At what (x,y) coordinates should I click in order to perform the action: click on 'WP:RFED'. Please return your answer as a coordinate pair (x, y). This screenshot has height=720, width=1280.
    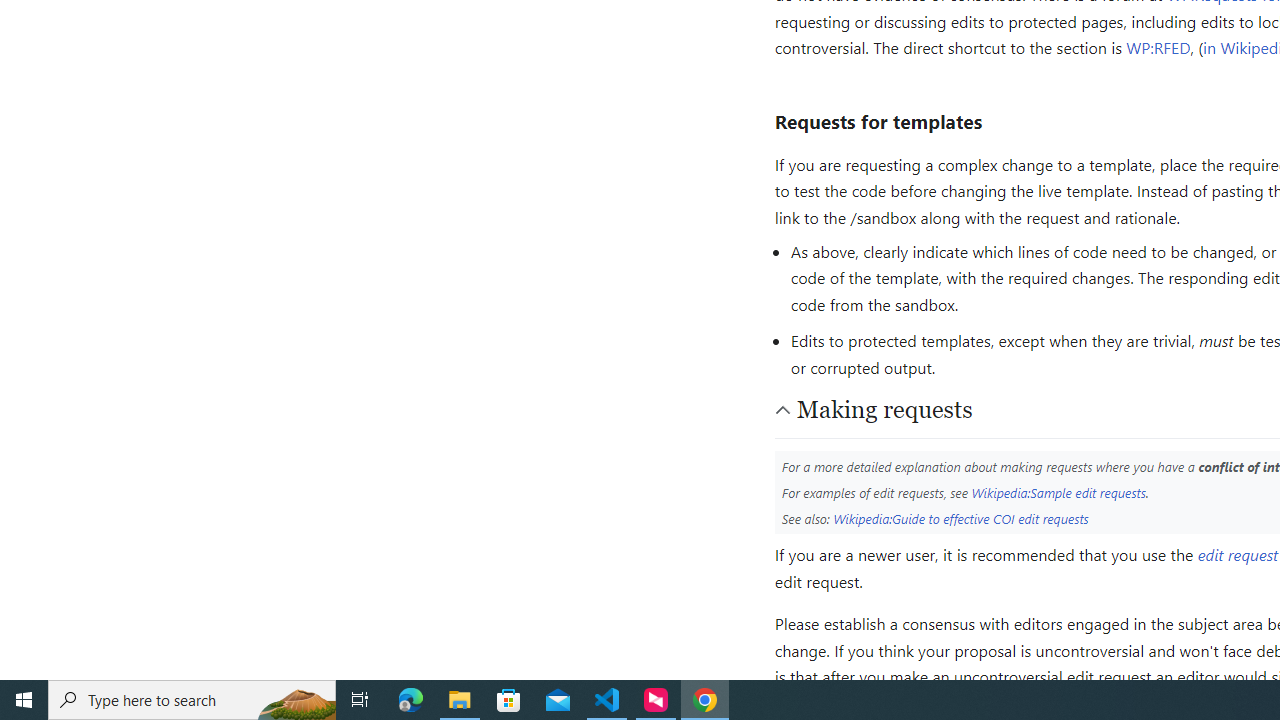
    Looking at the image, I should click on (1158, 46).